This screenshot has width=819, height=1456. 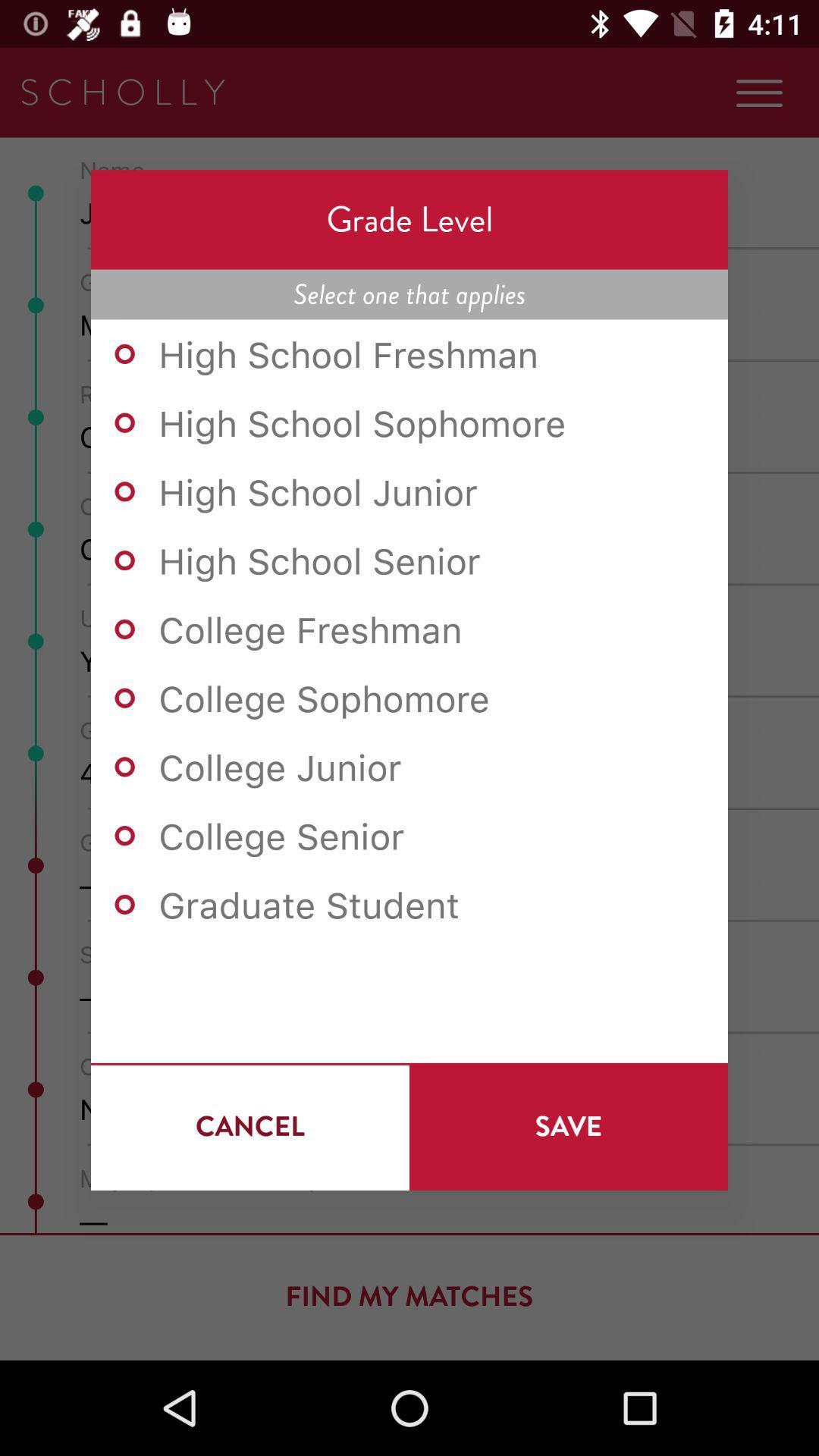 I want to click on the cancel icon, so click(x=249, y=1126).